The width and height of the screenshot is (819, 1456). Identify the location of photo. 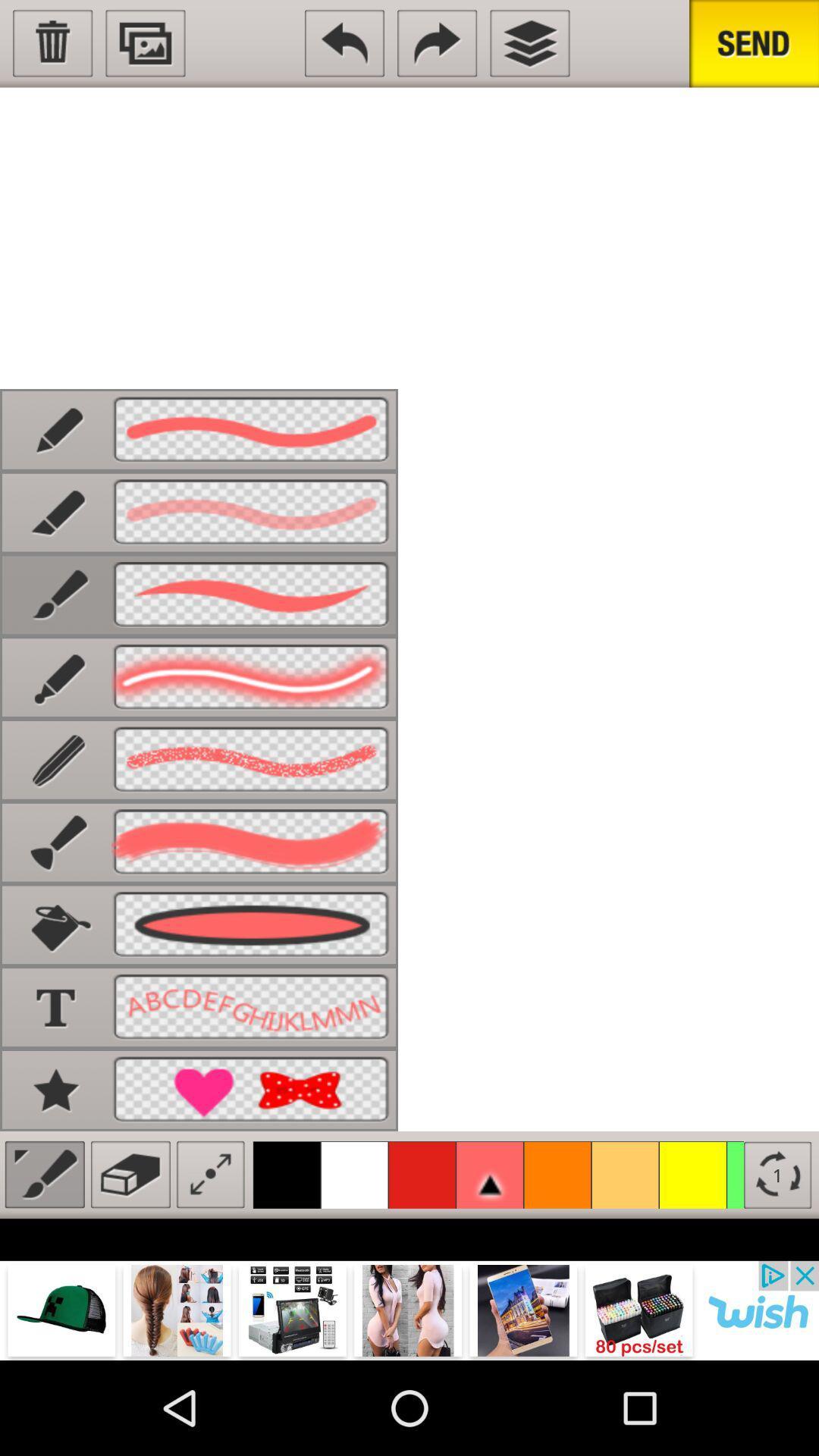
(146, 43).